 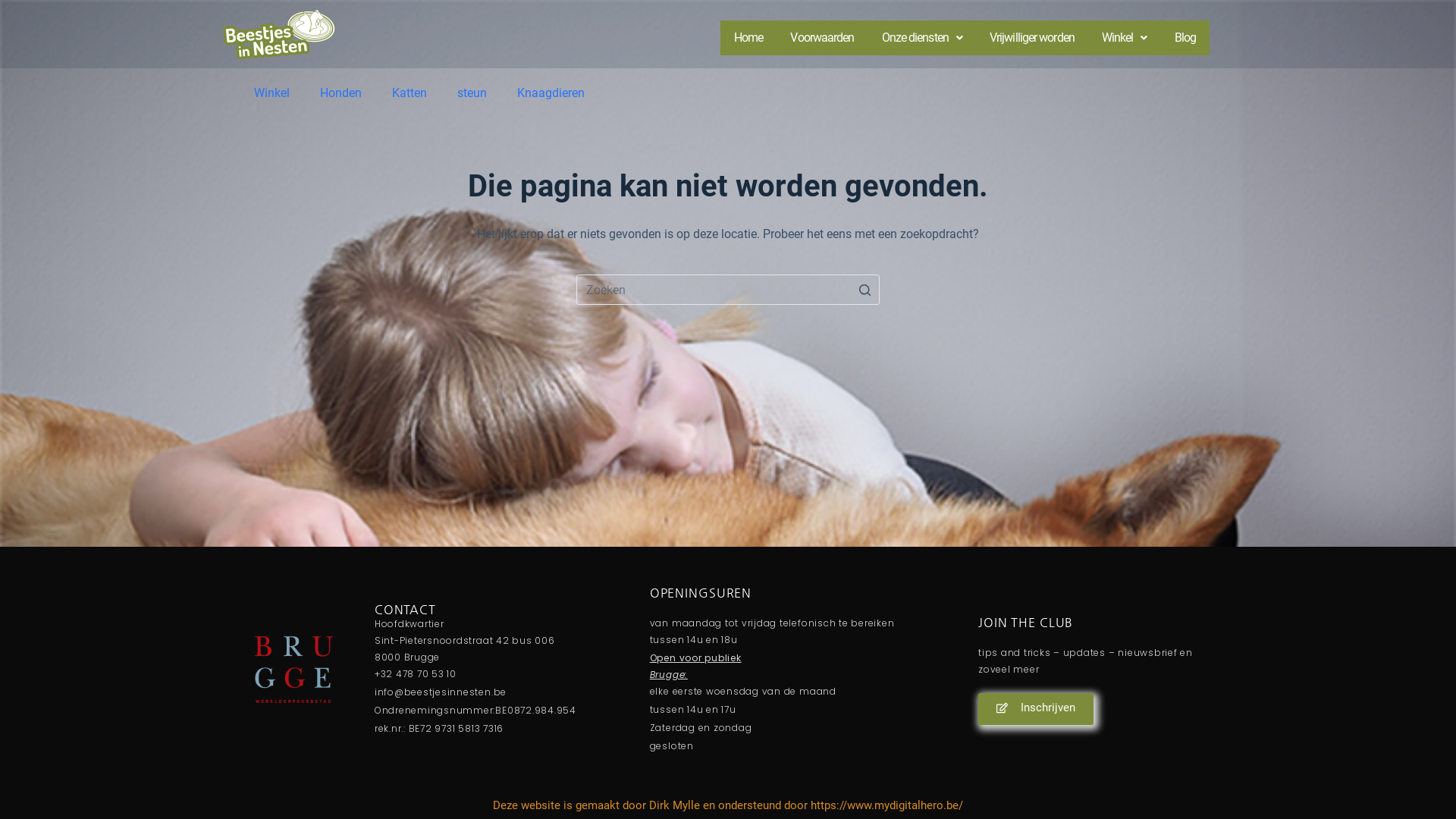 I want to click on 'Home', so click(x=748, y=37).